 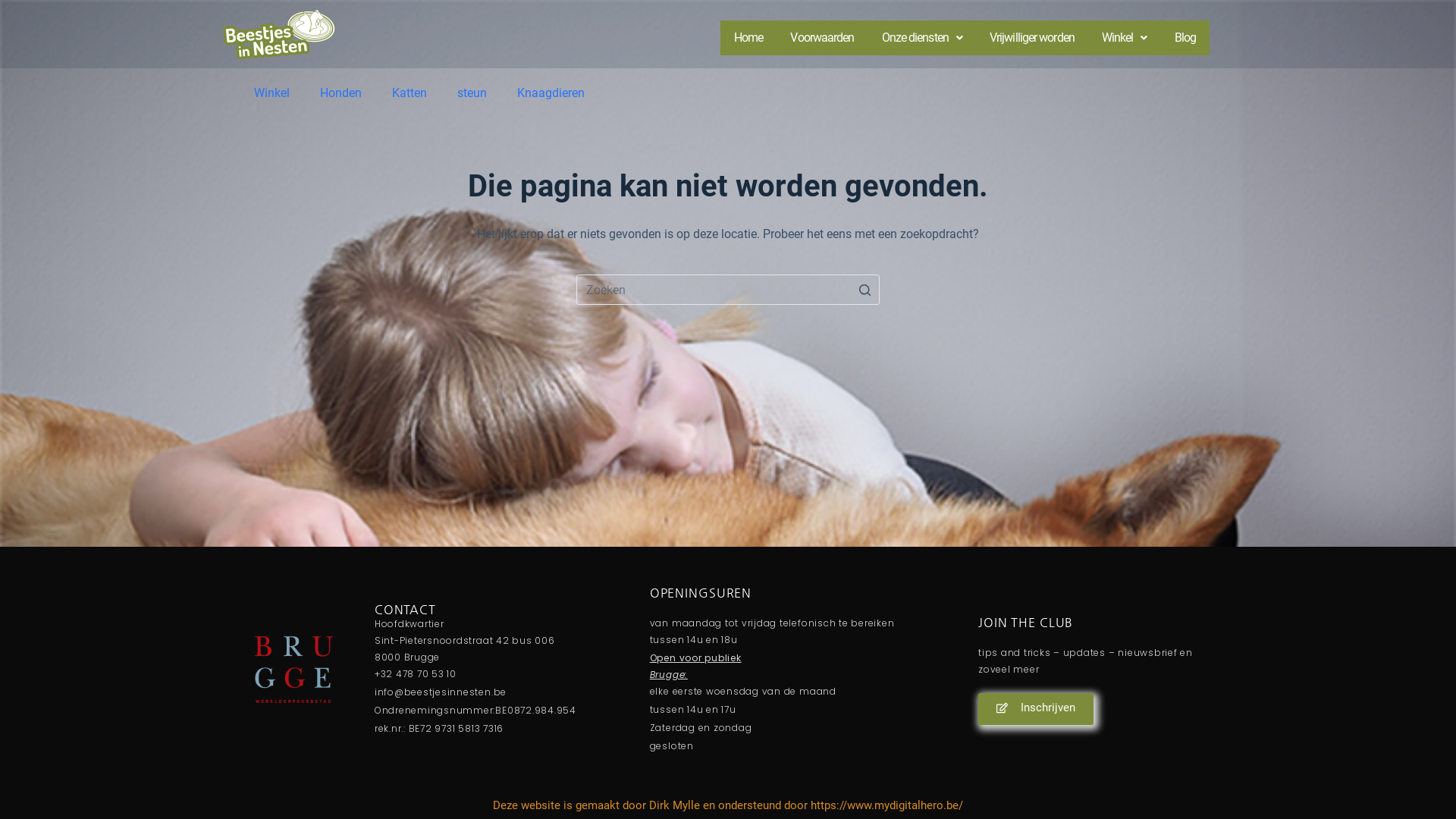 I want to click on 'Home', so click(x=748, y=37).